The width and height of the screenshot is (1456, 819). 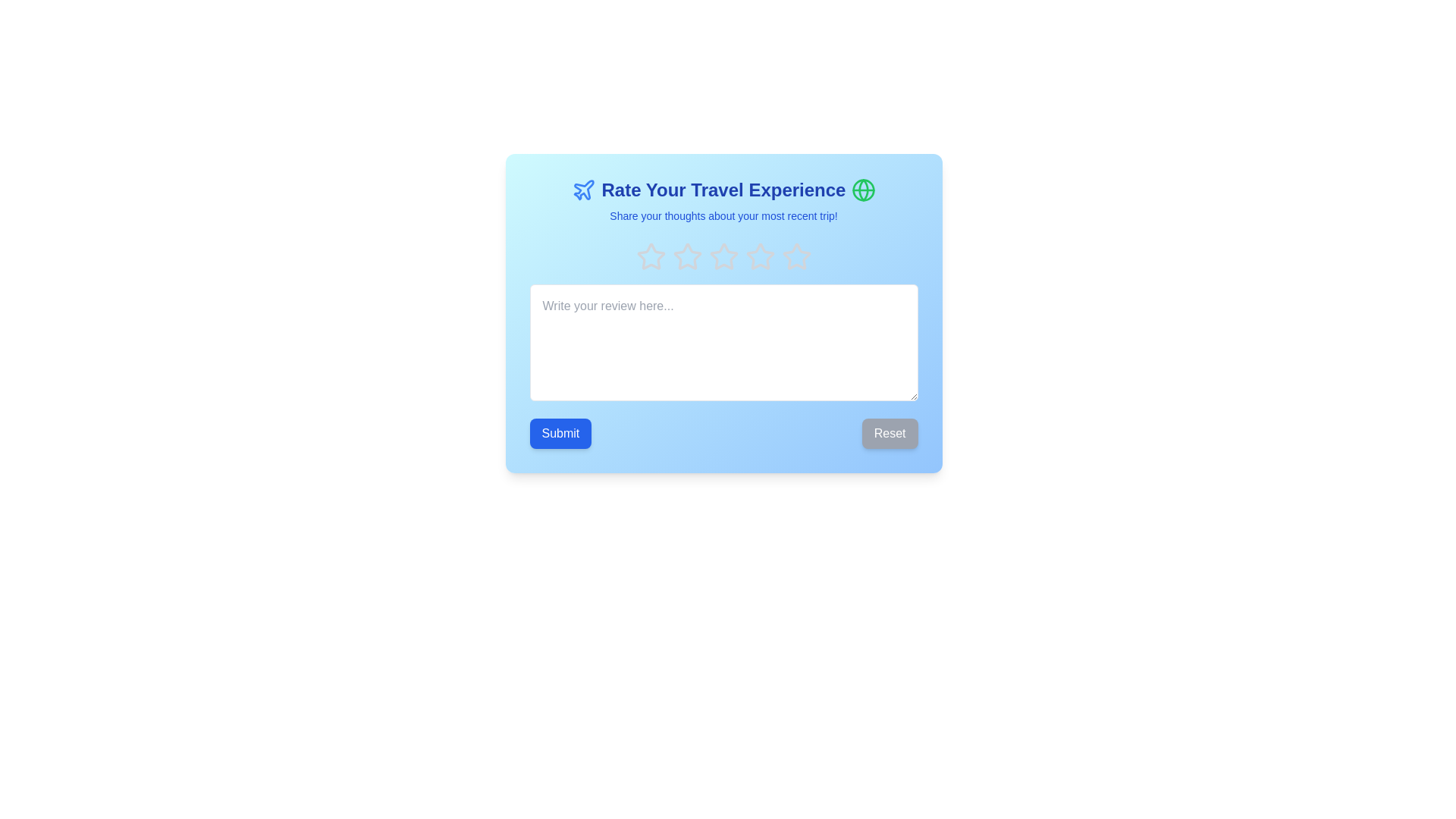 I want to click on the 'Reset' button, which is a rectangular button with white text on a gray background located in the bottom-right corner of a blue modal, so click(x=890, y=433).